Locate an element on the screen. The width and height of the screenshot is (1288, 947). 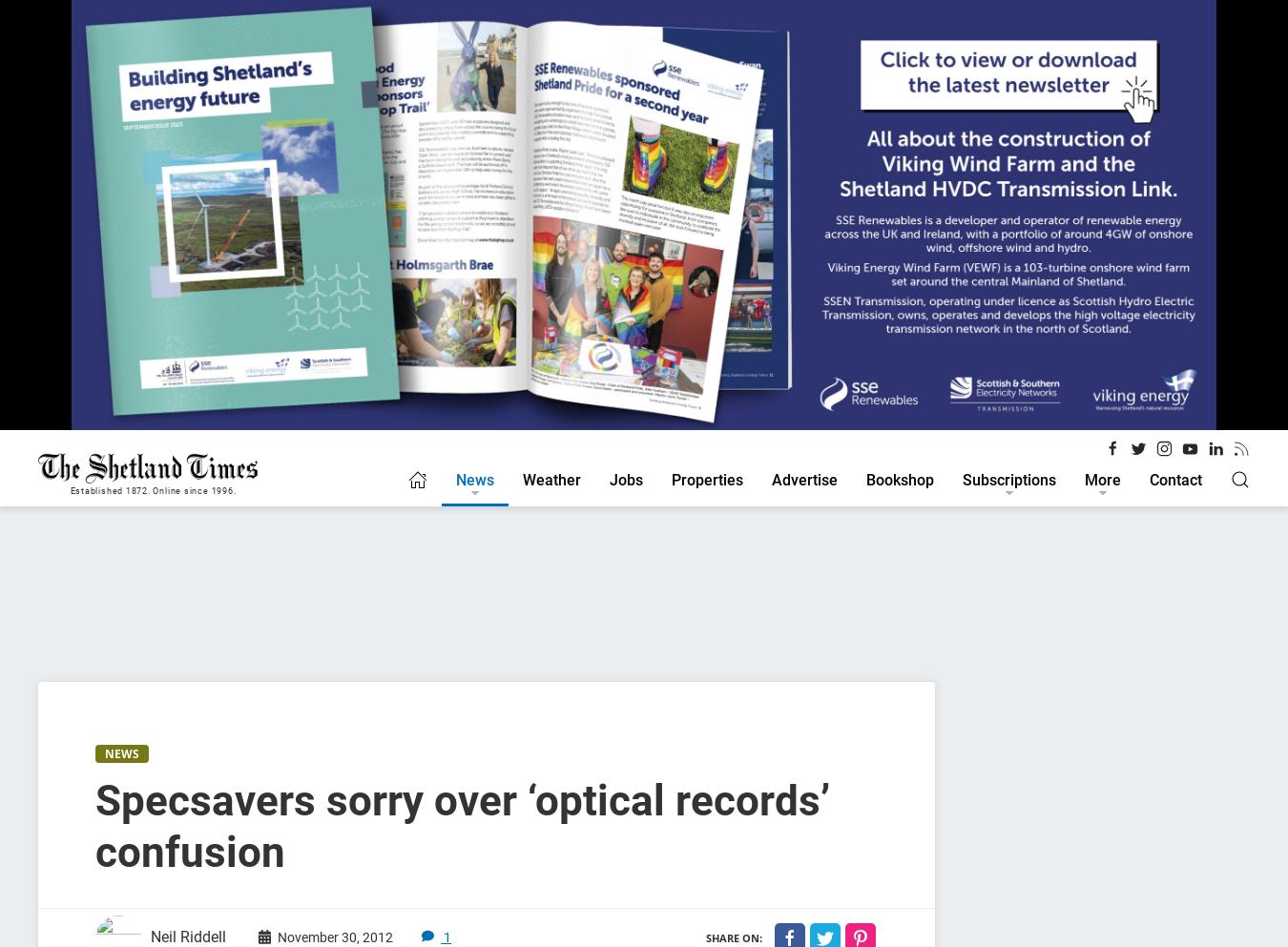
'More' is located at coordinates (1102, 479).